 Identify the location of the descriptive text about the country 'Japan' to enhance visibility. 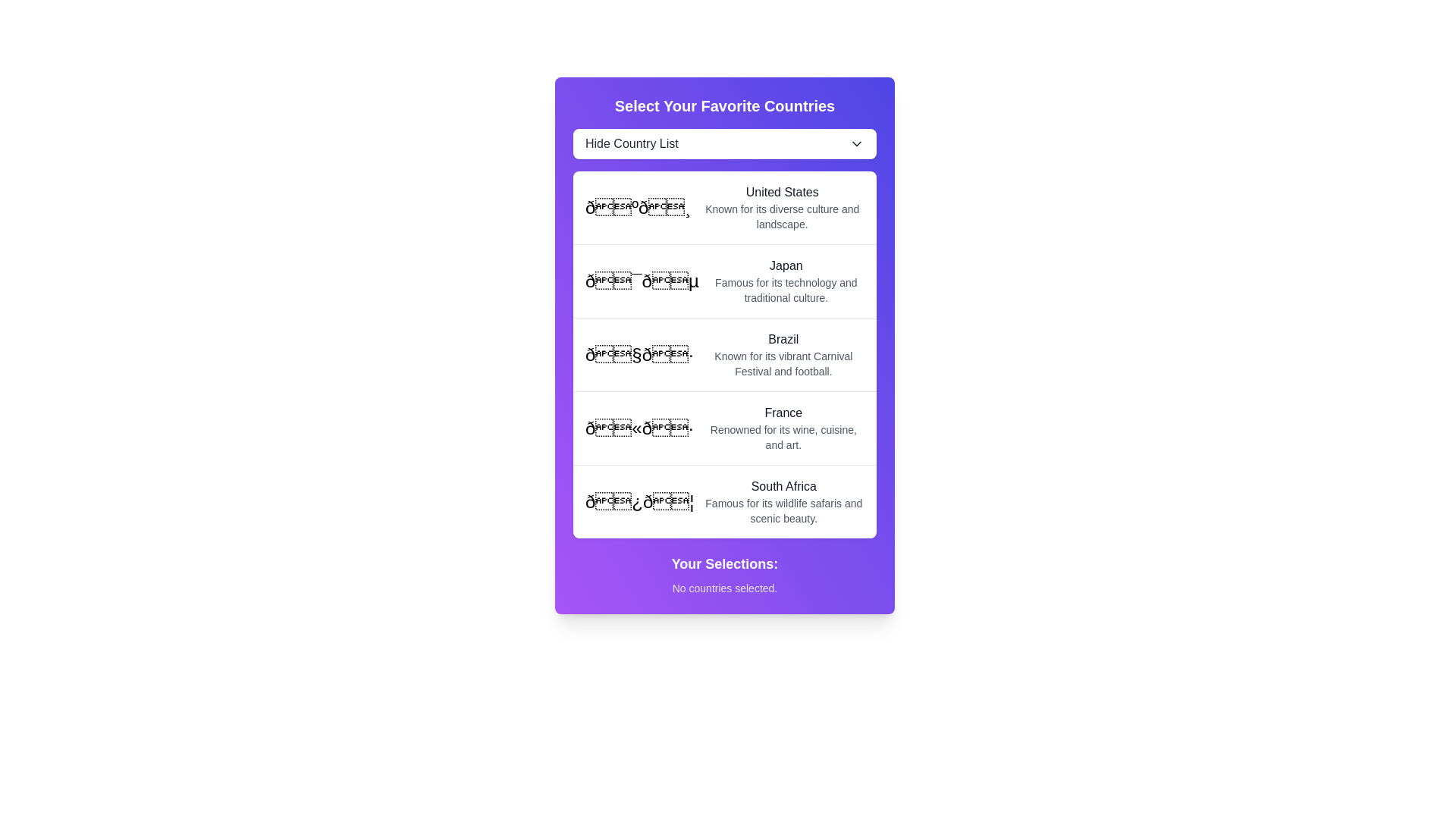
(786, 290).